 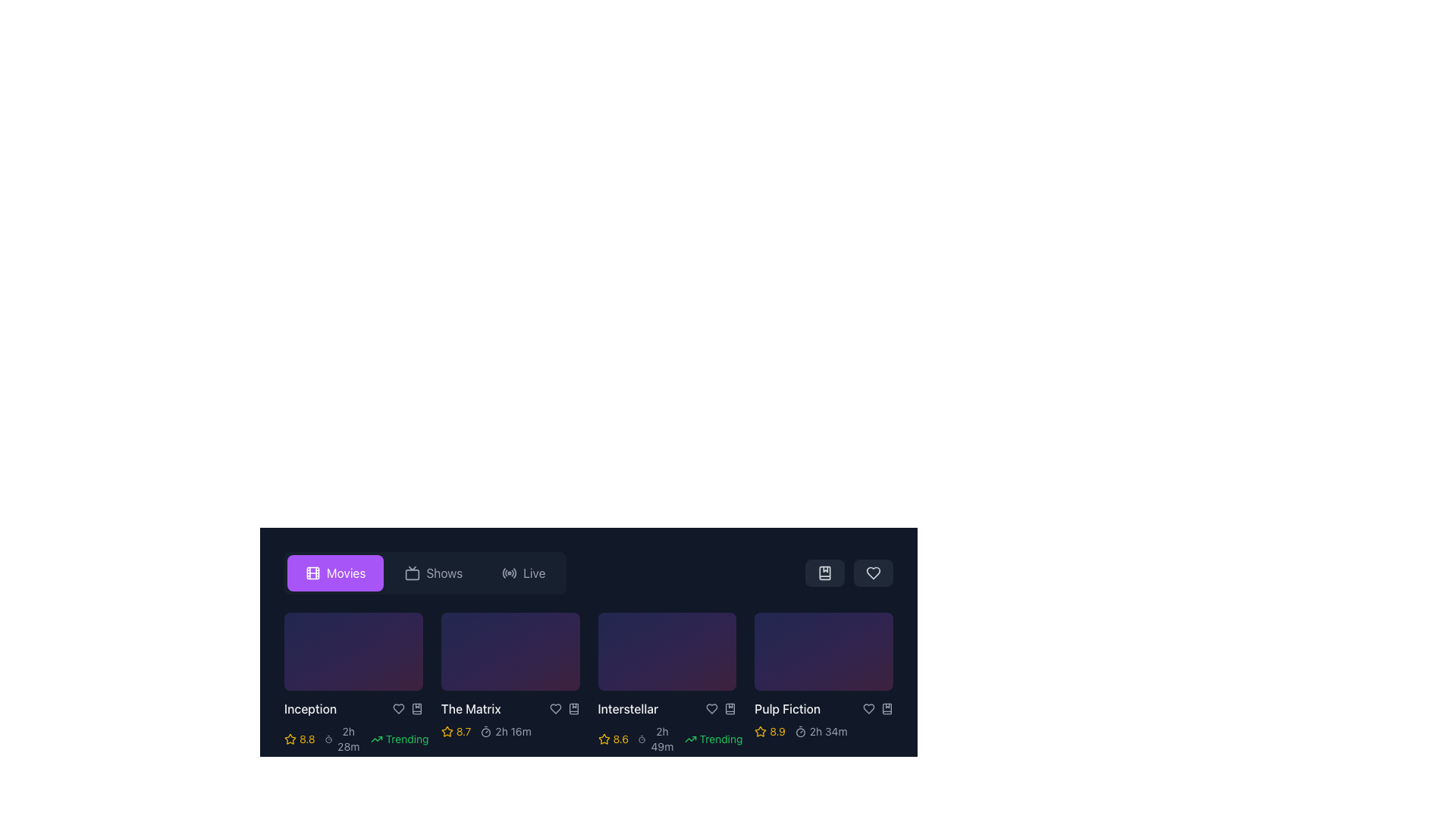 What do you see at coordinates (554, 708) in the screenshot?
I see `the heart icon located beneath the title of the movie 'The Matrix'` at bounding box center [554, 708].